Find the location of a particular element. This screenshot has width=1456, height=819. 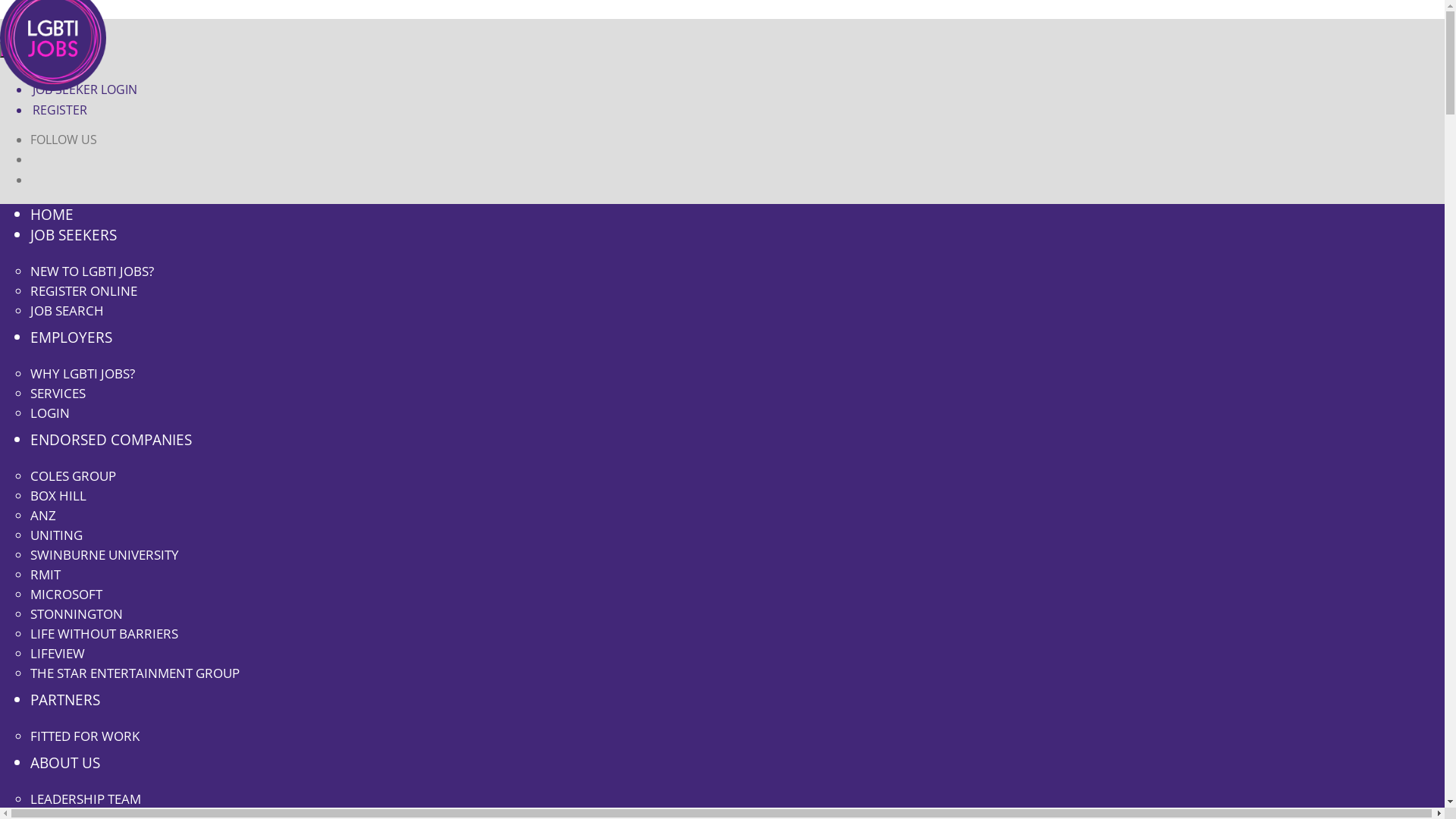

'ANZ' is located at coordinates (43, 514).